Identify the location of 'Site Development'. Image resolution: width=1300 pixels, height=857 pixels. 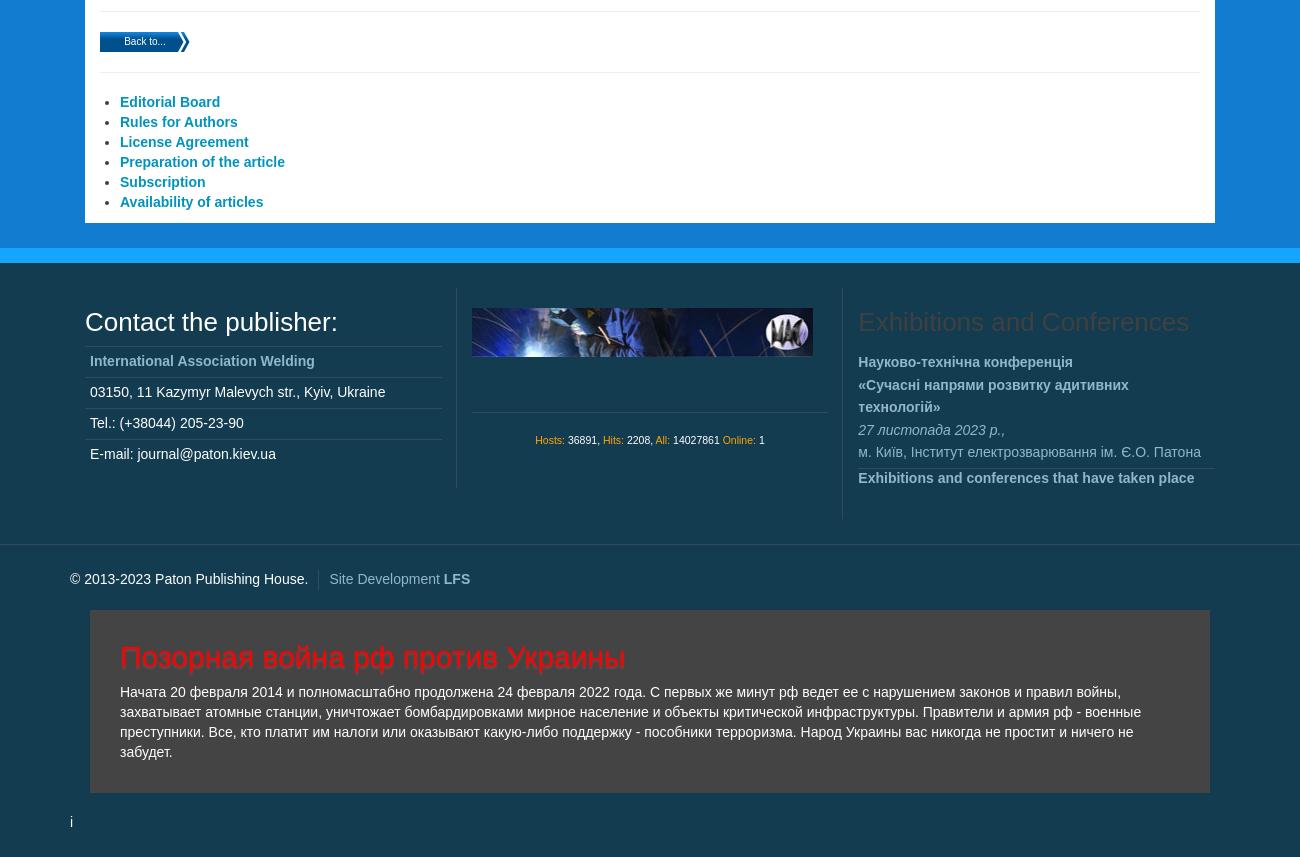
(328, 578).